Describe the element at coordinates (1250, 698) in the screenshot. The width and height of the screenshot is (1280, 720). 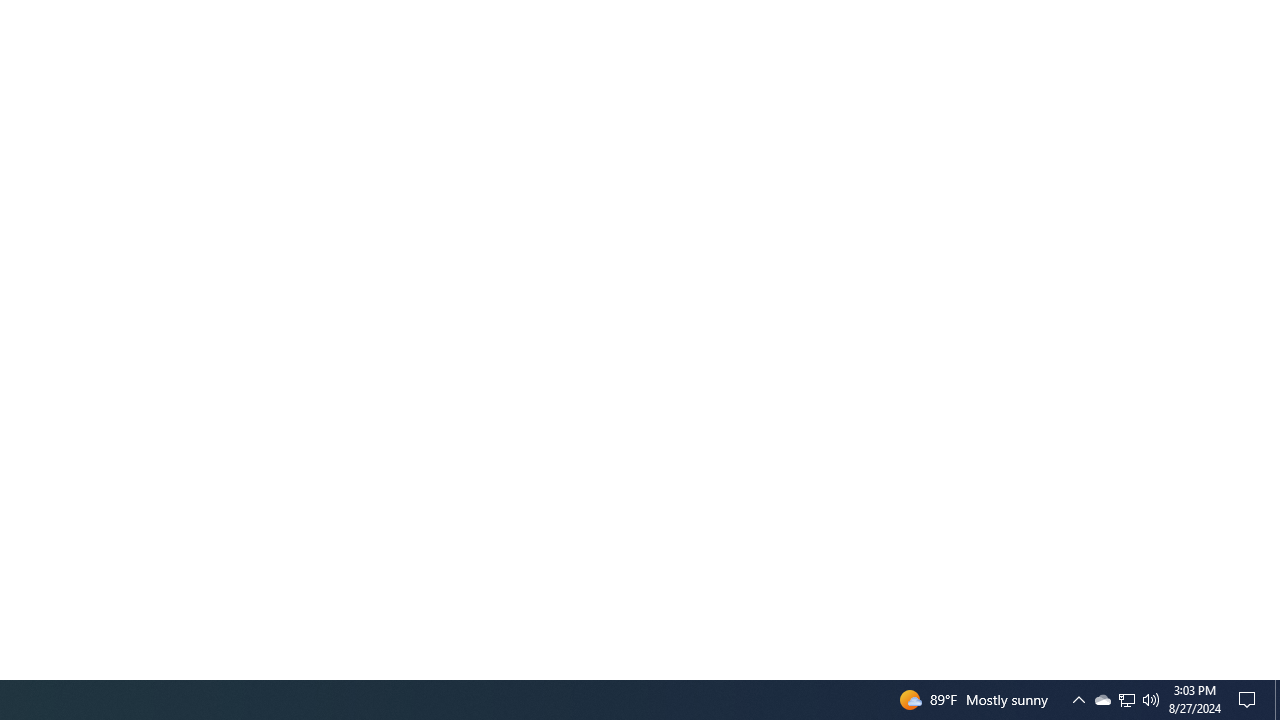
I see `'Action Center, No new notifications'` at that location.